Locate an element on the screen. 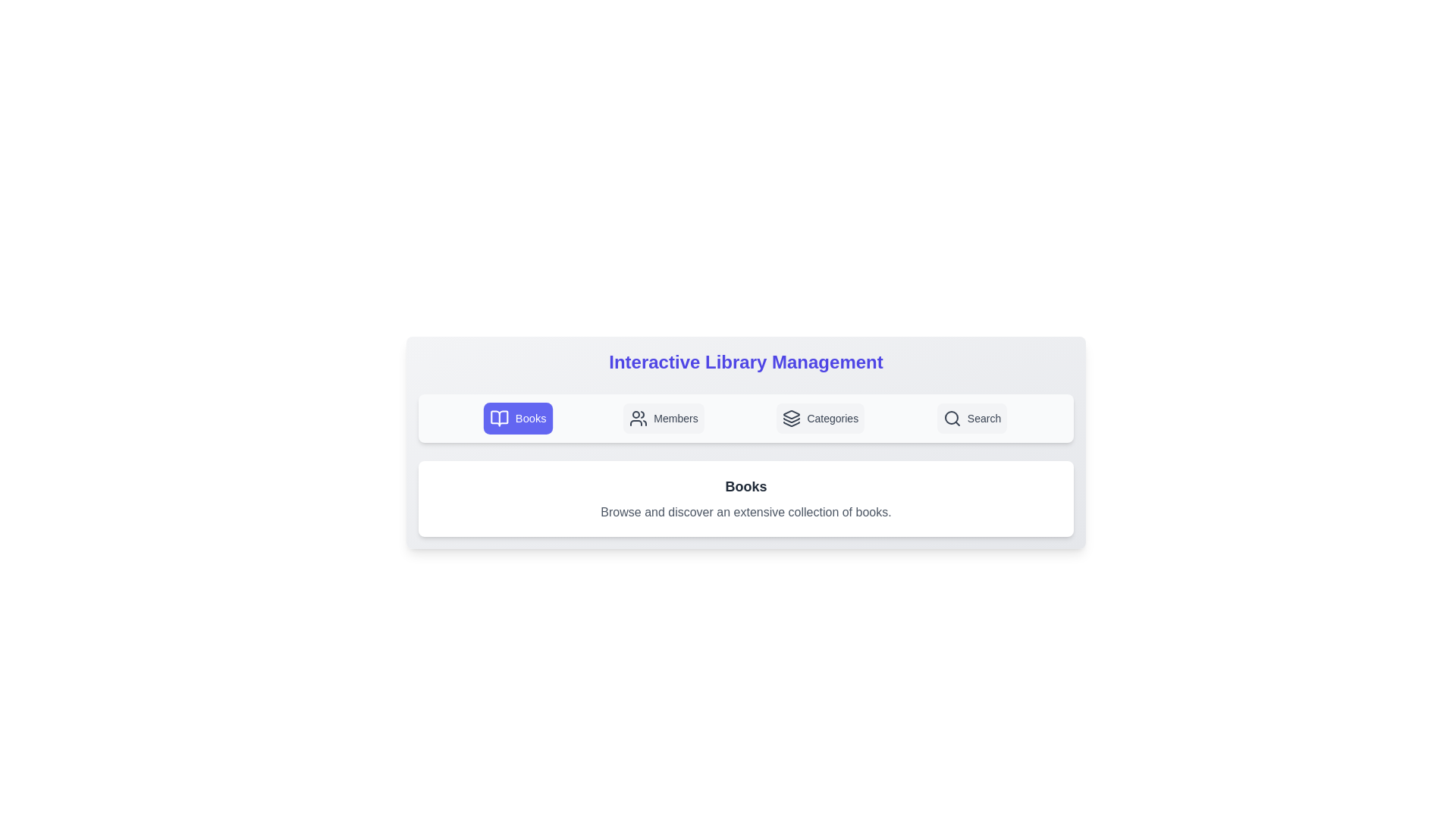 The image size is (1456, 819). the descriptive subtitle text block located directly below the 'Books' heading in the middle-lower section of the interface is located at coordinates (745, 512).